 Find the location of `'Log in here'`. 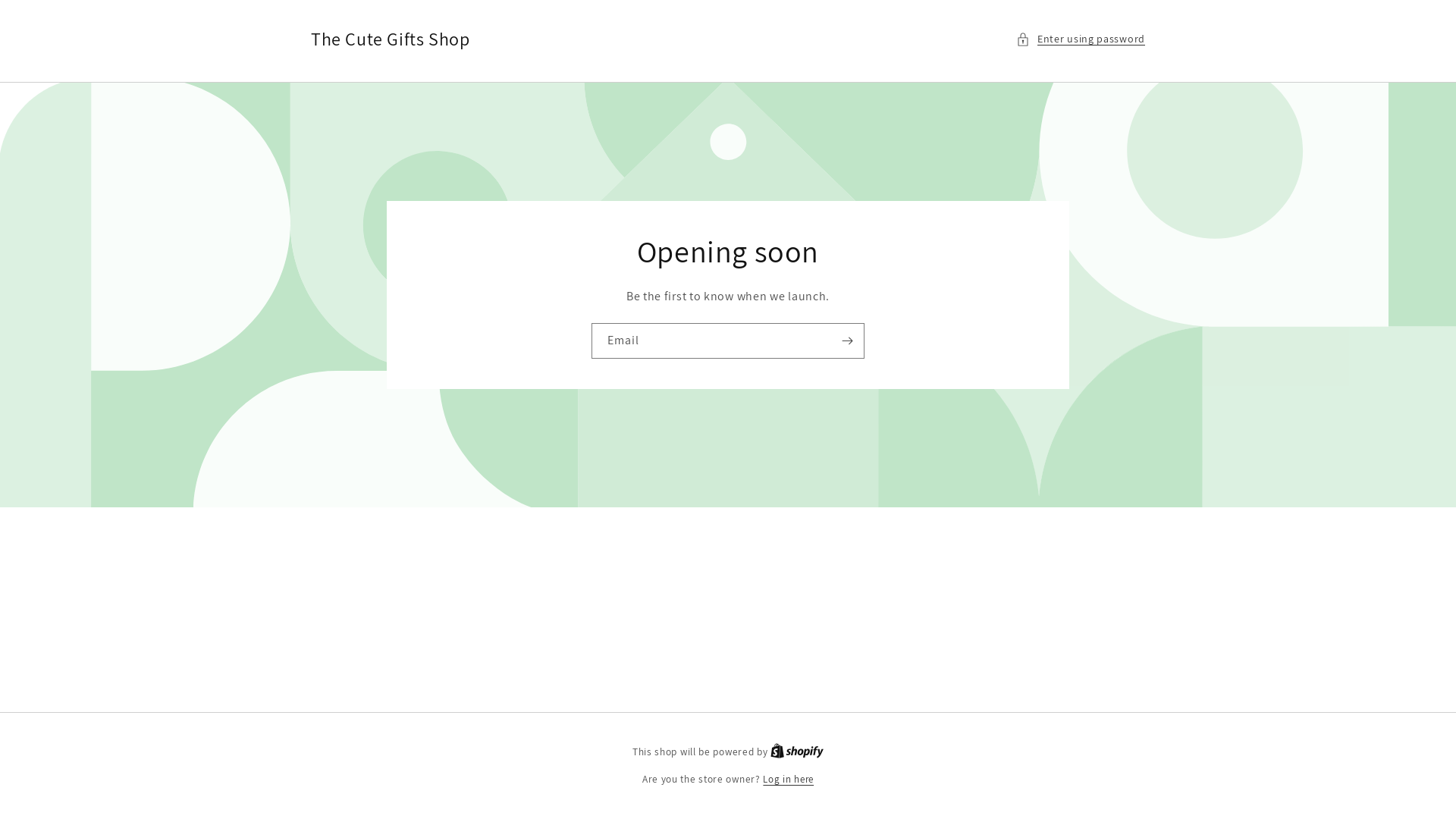

'Log in here' is located at coordinates (788, 780).